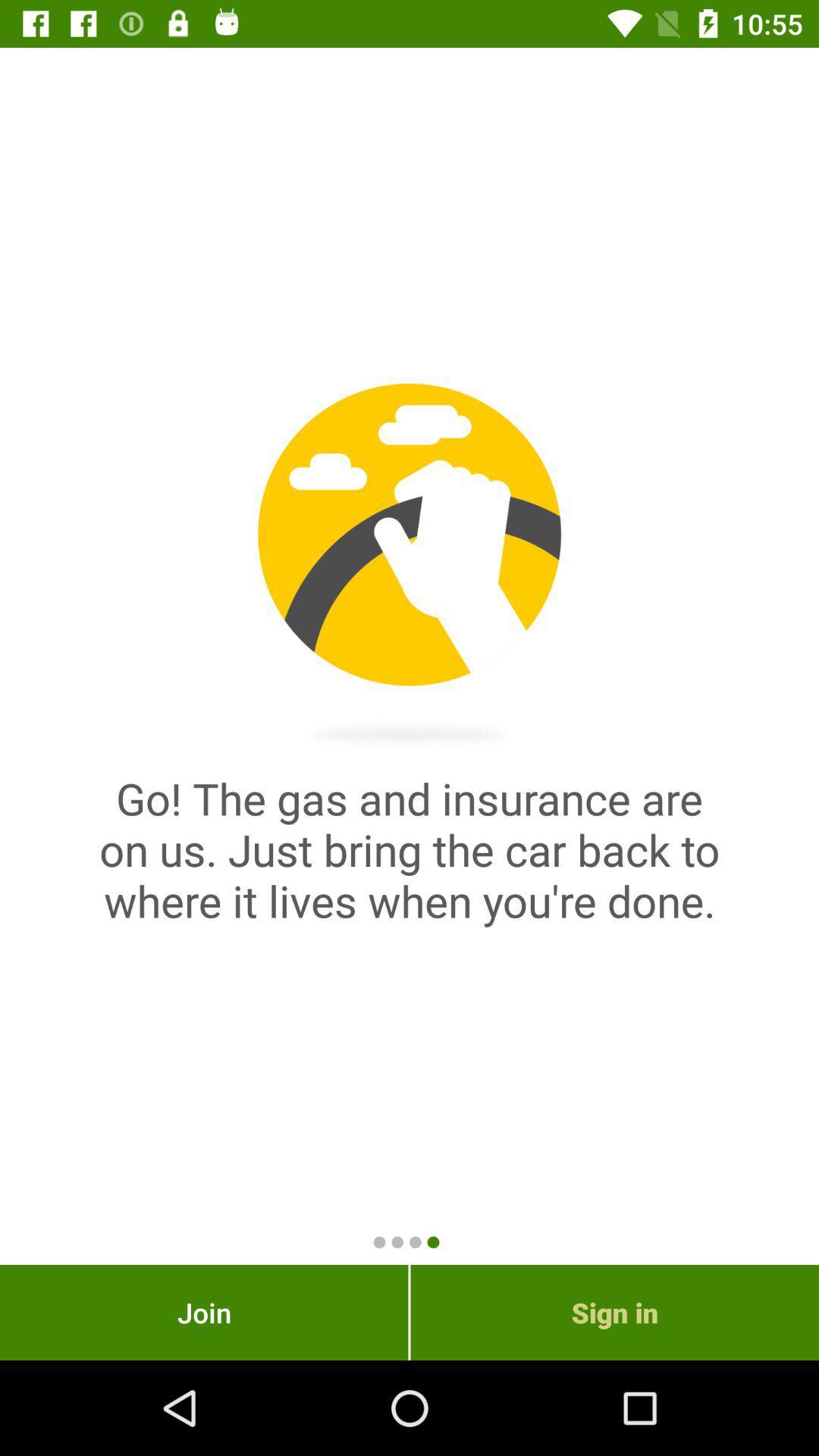  Describe the element at coordinates (203, 1312) in the screenshot. I see `the item to the left of sign in` at that location.